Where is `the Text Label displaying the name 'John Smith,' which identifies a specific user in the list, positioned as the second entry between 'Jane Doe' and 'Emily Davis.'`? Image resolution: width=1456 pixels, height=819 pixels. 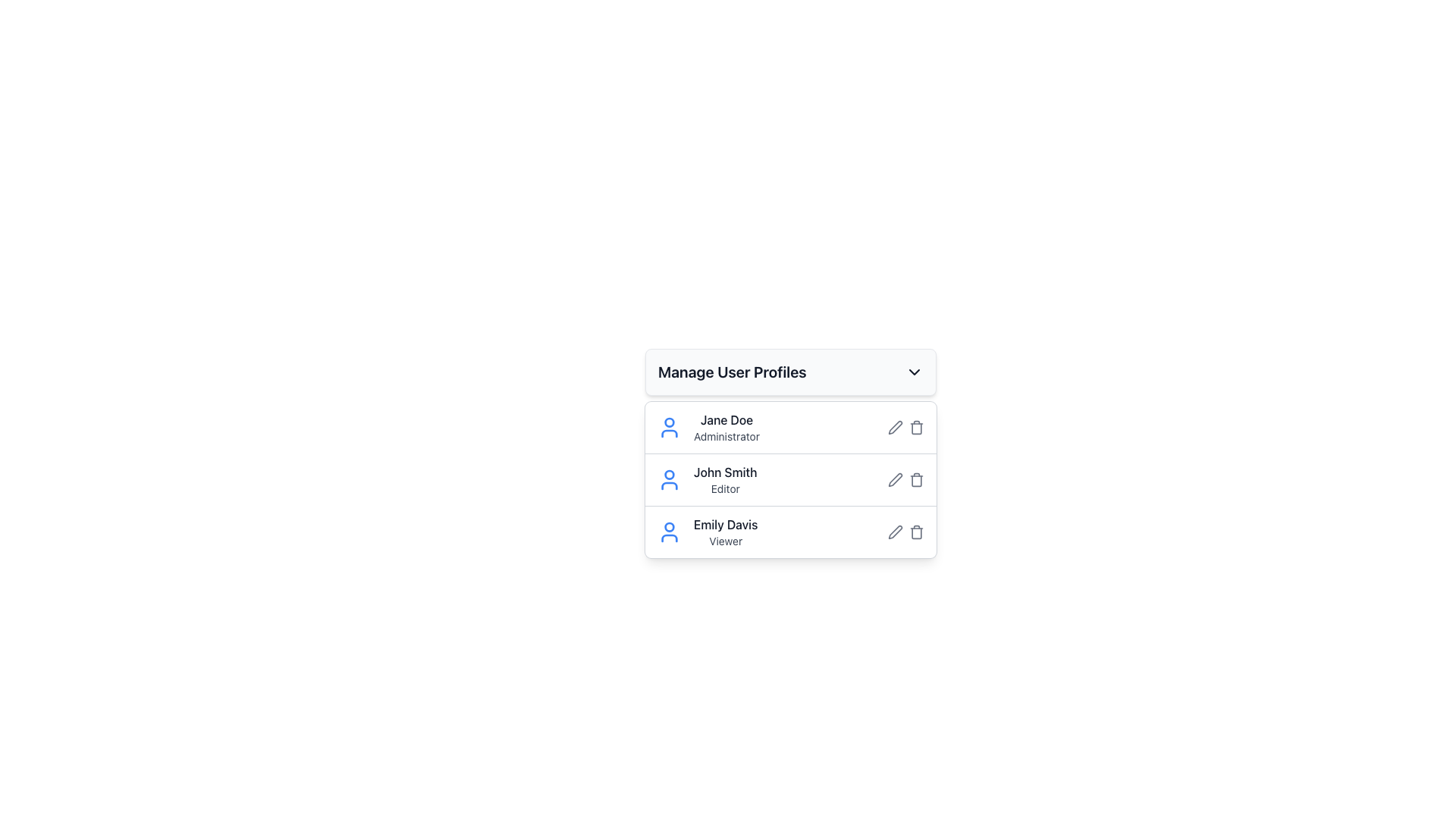 the Text Label displaying the name 'John Smith,' which identifies a specific user in the list, positioned as the second entry between 'Jane Doe' and 'Emily Davis.' is located at coordinates (724, 472).